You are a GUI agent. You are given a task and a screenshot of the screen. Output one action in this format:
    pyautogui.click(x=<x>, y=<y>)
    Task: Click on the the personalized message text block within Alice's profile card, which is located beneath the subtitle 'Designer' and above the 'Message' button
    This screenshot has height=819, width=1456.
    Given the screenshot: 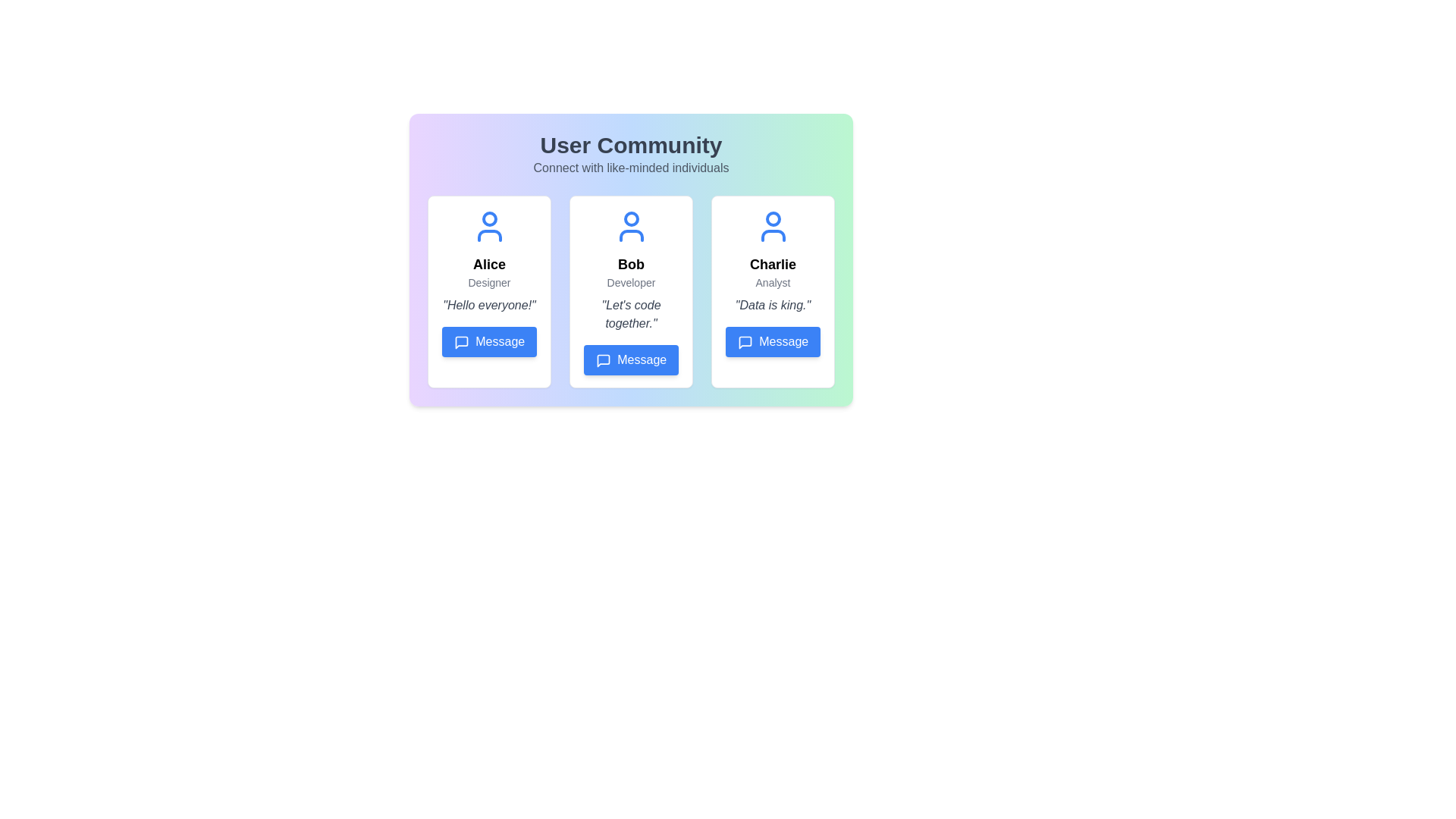 What is the action you would take?
    pyautogui.click(x=489, y=305)
    